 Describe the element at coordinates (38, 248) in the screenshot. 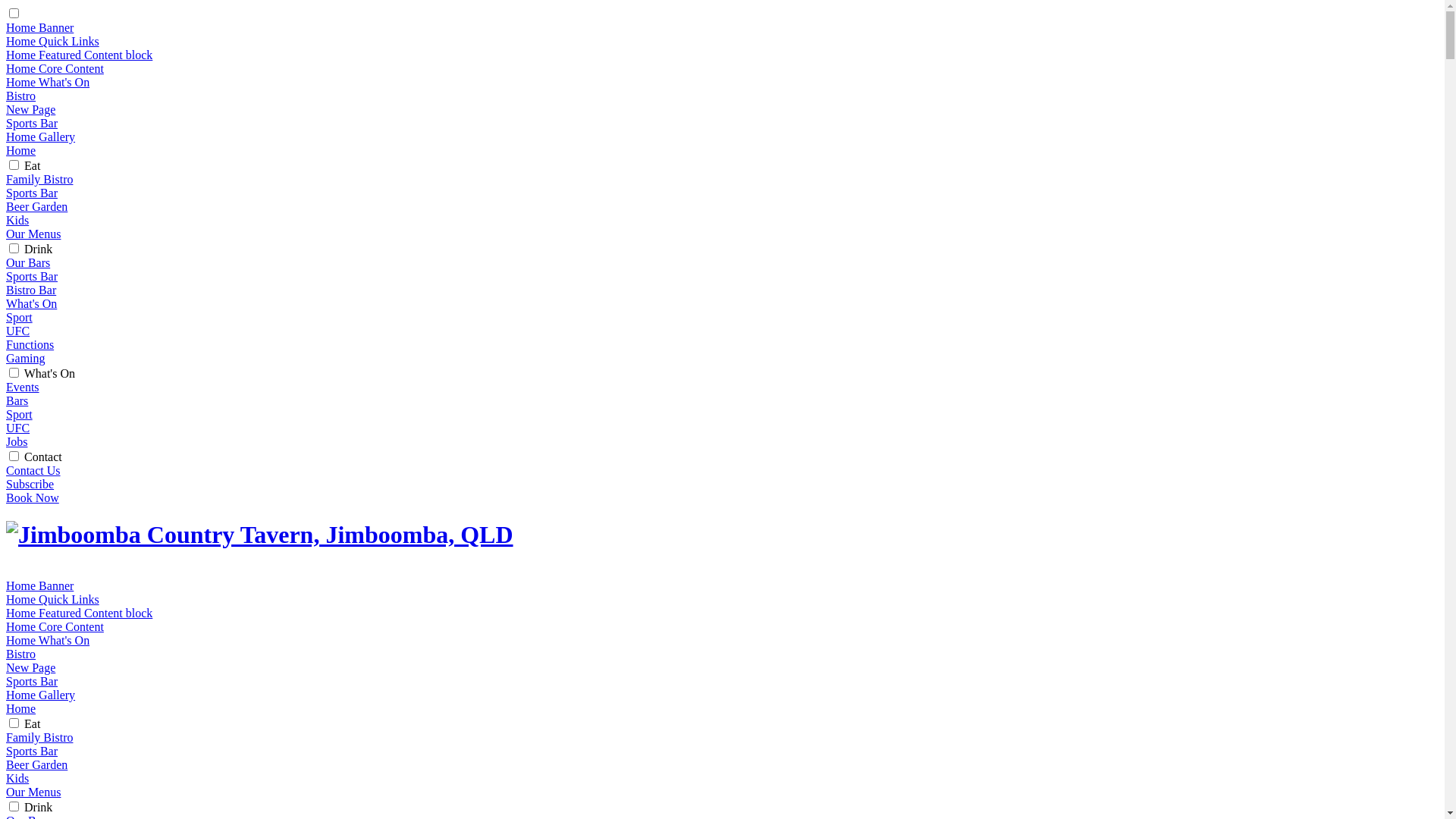

I see `'Drink'` at that location.